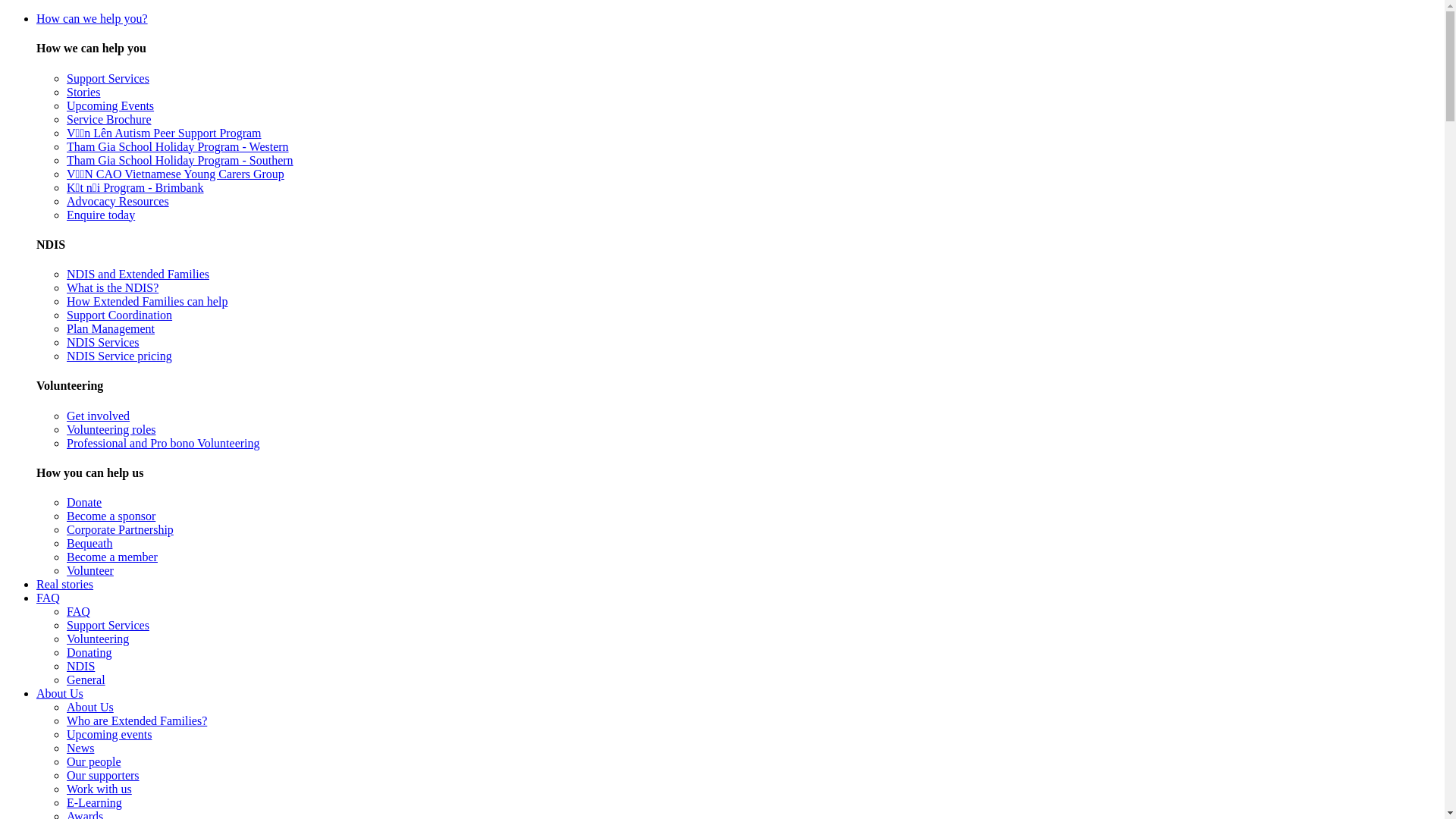 The height and width of the screenshot is (819, 1456). What do you see at coordinates (180, 160) in the screenshot?
I see `'Tham Gia School Holiday Program - Southern'` at bounding box center [180, 160].